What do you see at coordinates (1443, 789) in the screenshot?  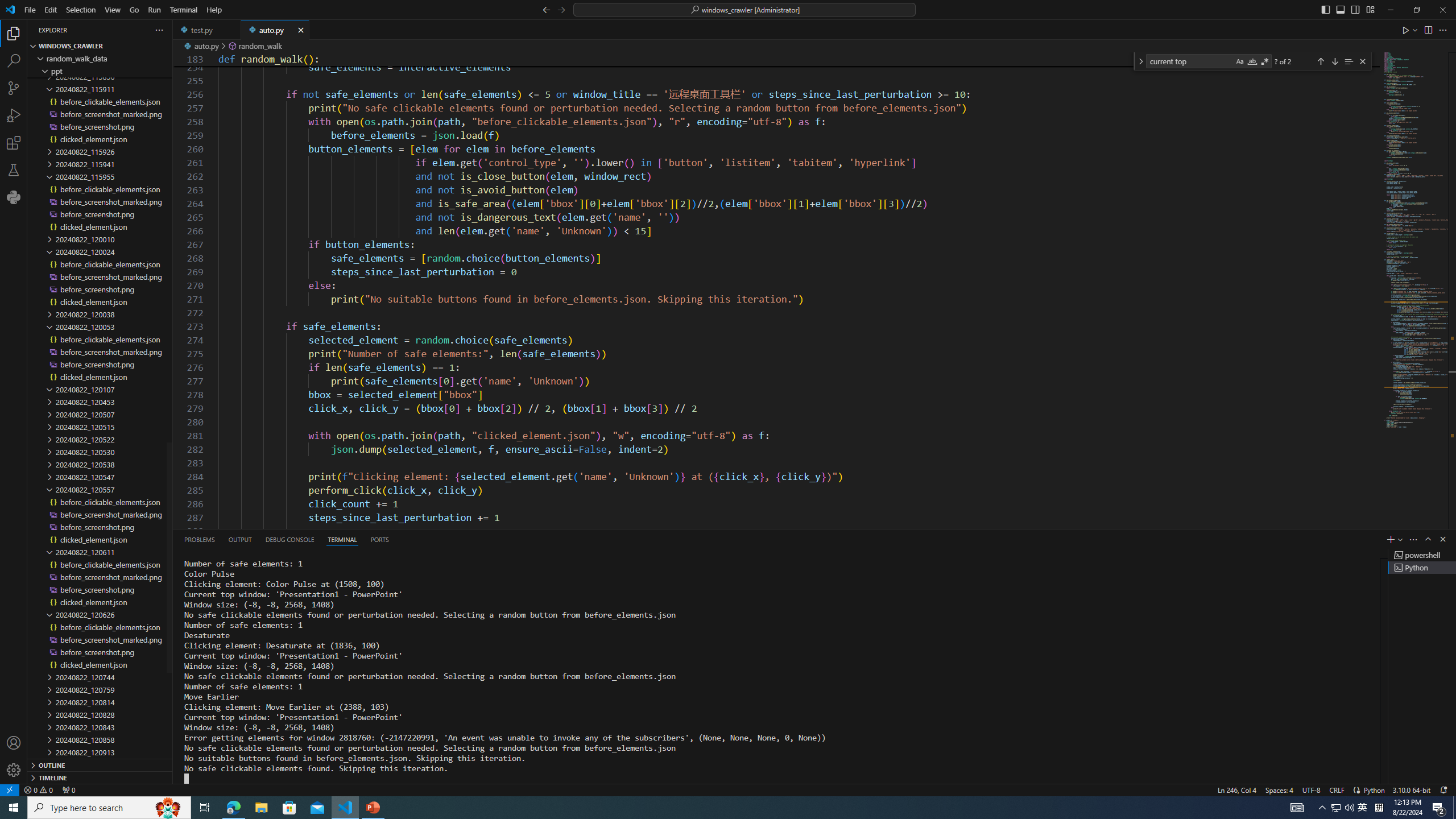 I see `'Notifications'` at bounding box center [1443, 789].